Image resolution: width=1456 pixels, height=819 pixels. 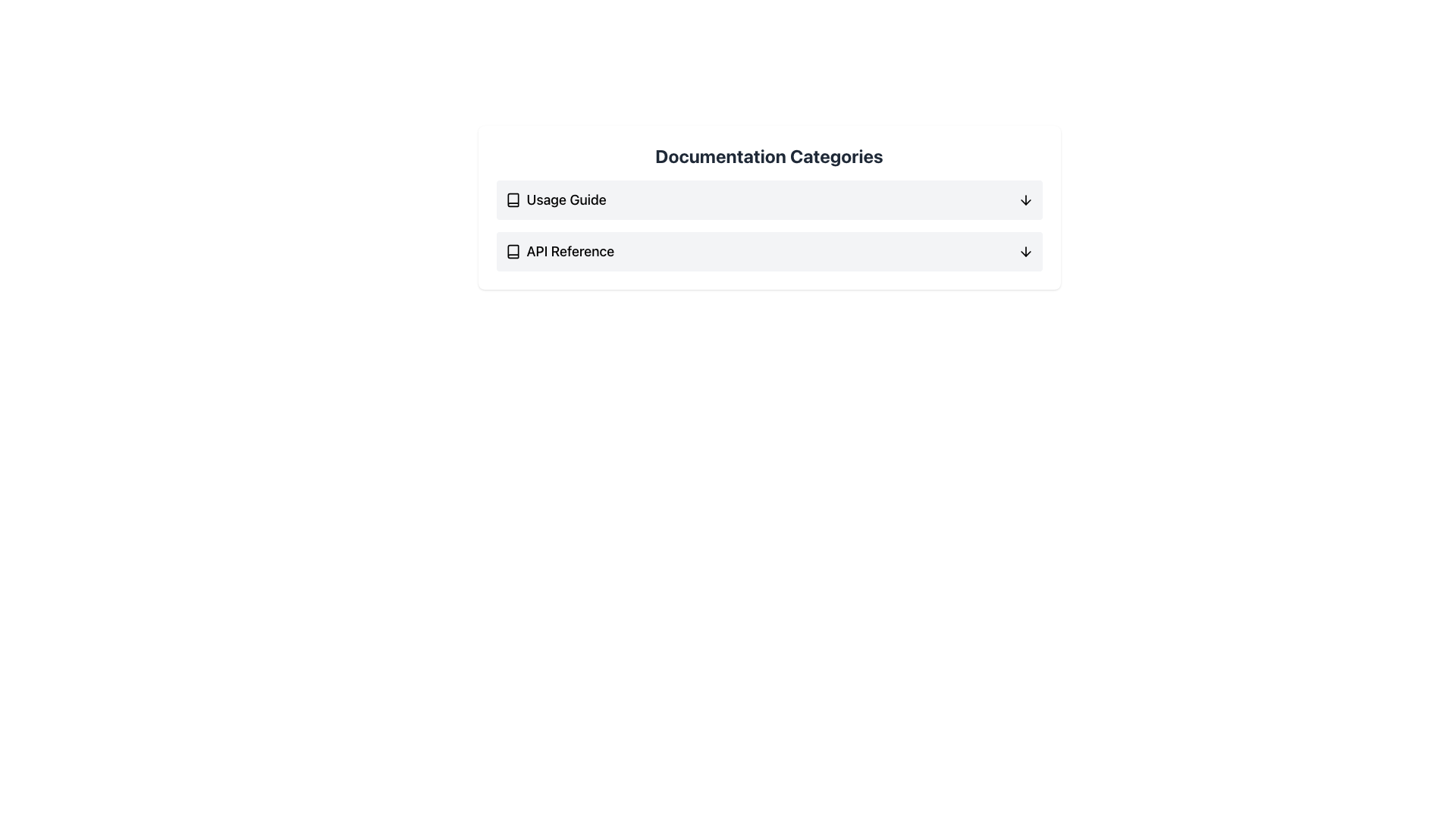 I want to click on the first item in the 'Documentation Categories' section, so click(x=769, y=199).